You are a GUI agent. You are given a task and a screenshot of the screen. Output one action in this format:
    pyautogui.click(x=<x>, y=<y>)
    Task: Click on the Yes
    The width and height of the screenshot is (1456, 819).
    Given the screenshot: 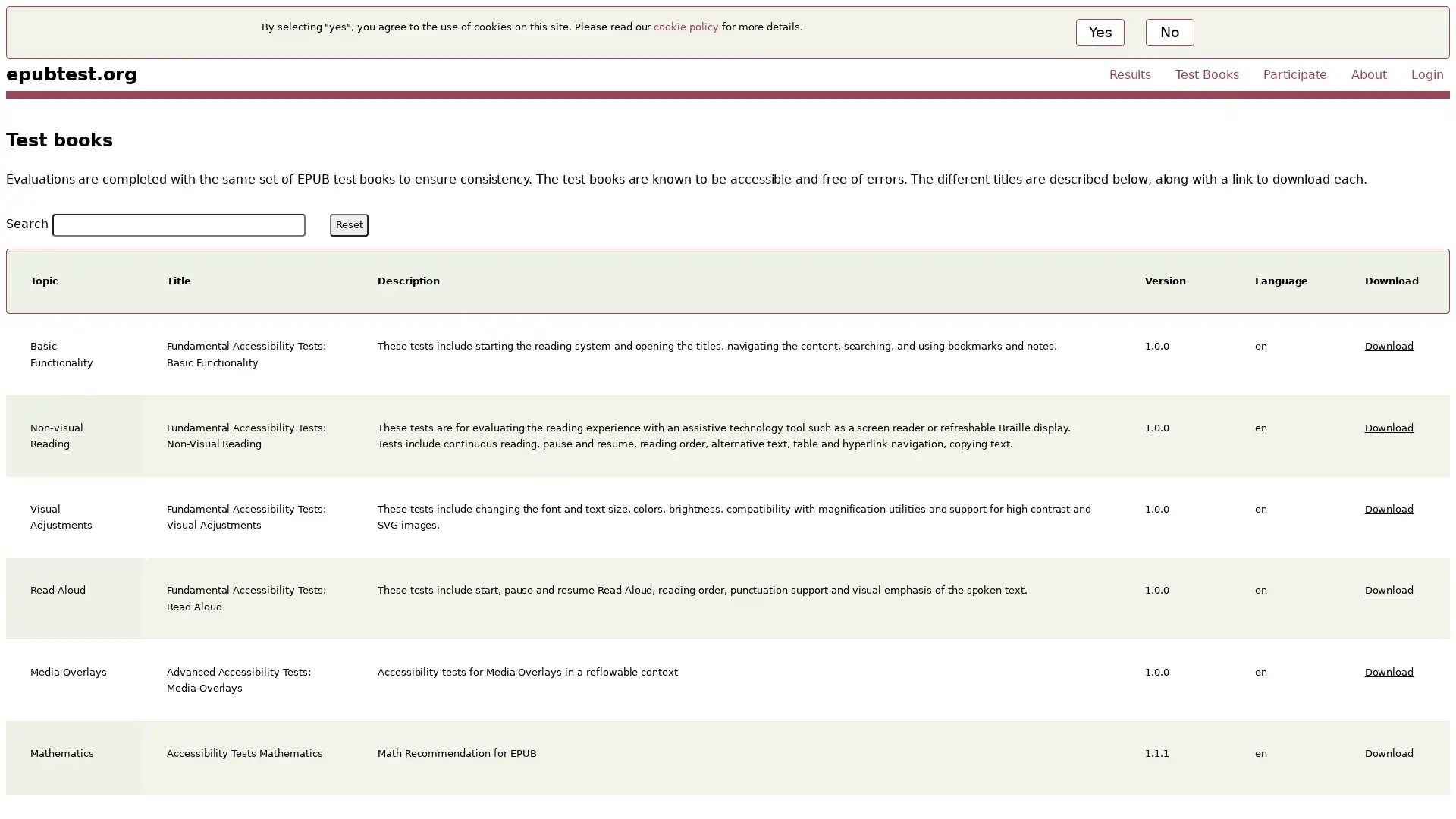 What is the action you would take?
    pyautogui.click(x=1100, y=32)
    